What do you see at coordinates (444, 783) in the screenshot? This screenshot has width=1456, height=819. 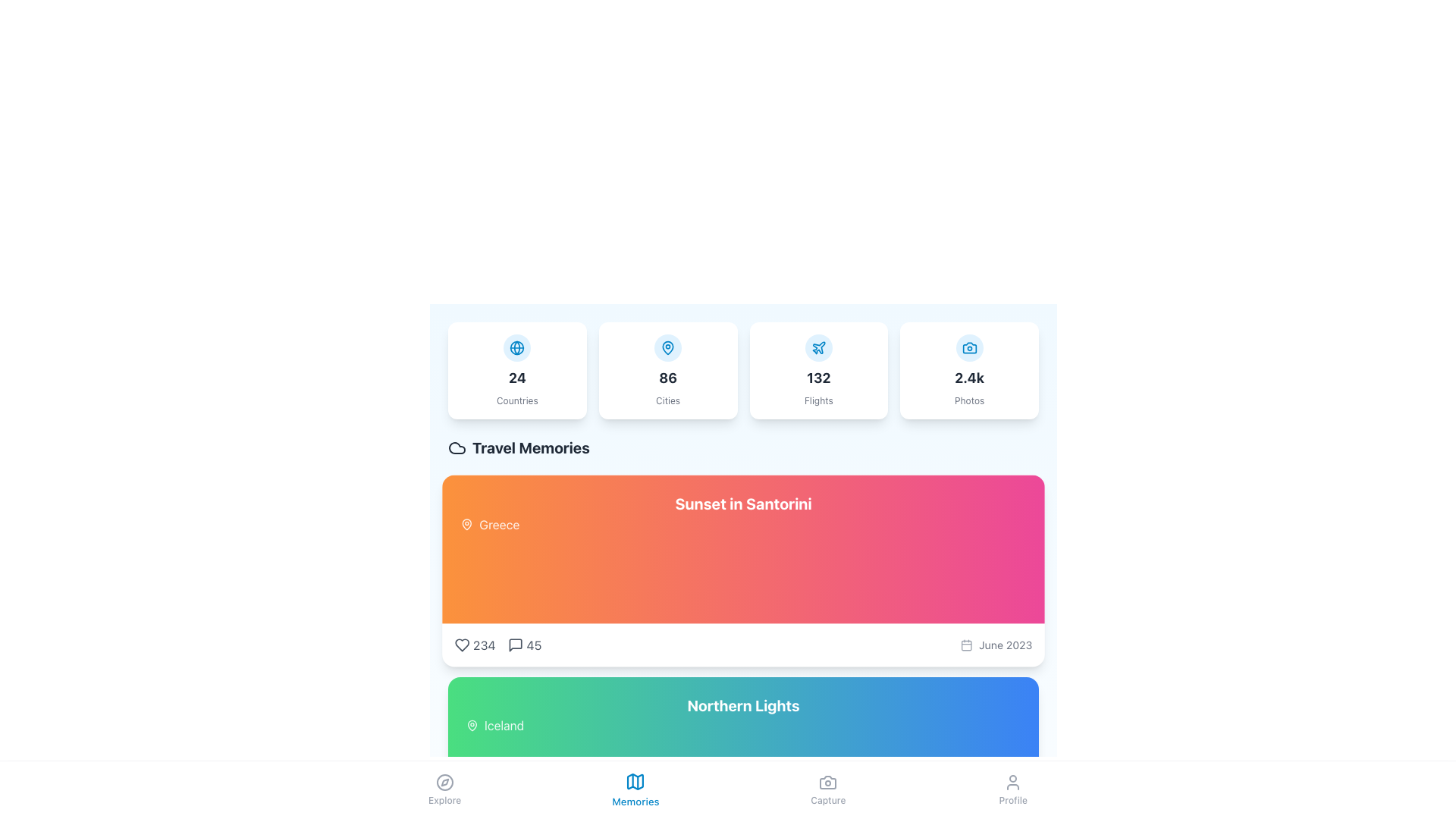 I see `the circular graphical element that is part of the Explore tab icon, located at the bottom left of the application's main interface, serving as a decorative component of the compass icon` at bounding box center [444, 783].